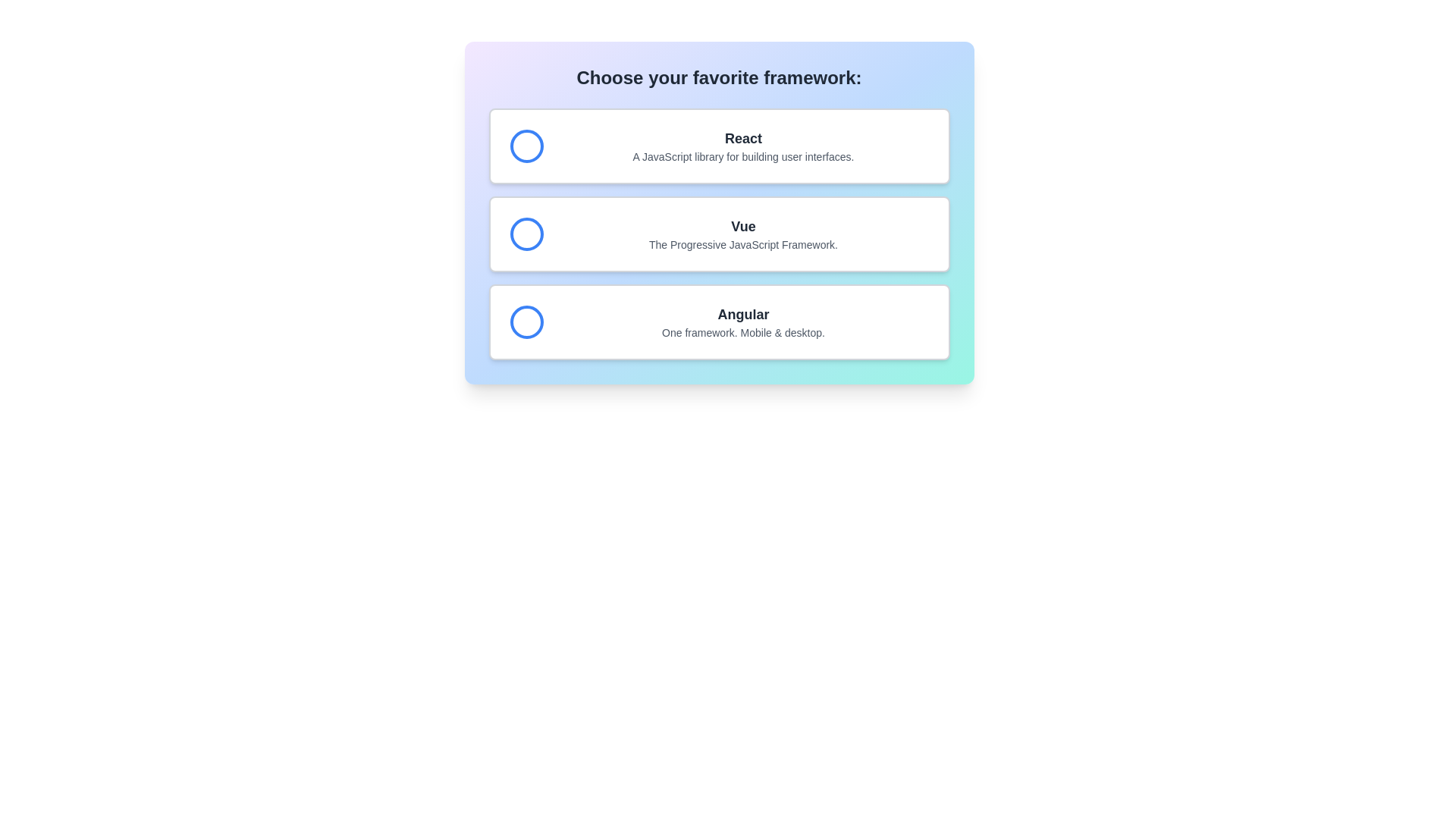  I want to click on text element that displays 'A JavaScript library for building user interfaces.' located below the title 'React', so click(743, 157).